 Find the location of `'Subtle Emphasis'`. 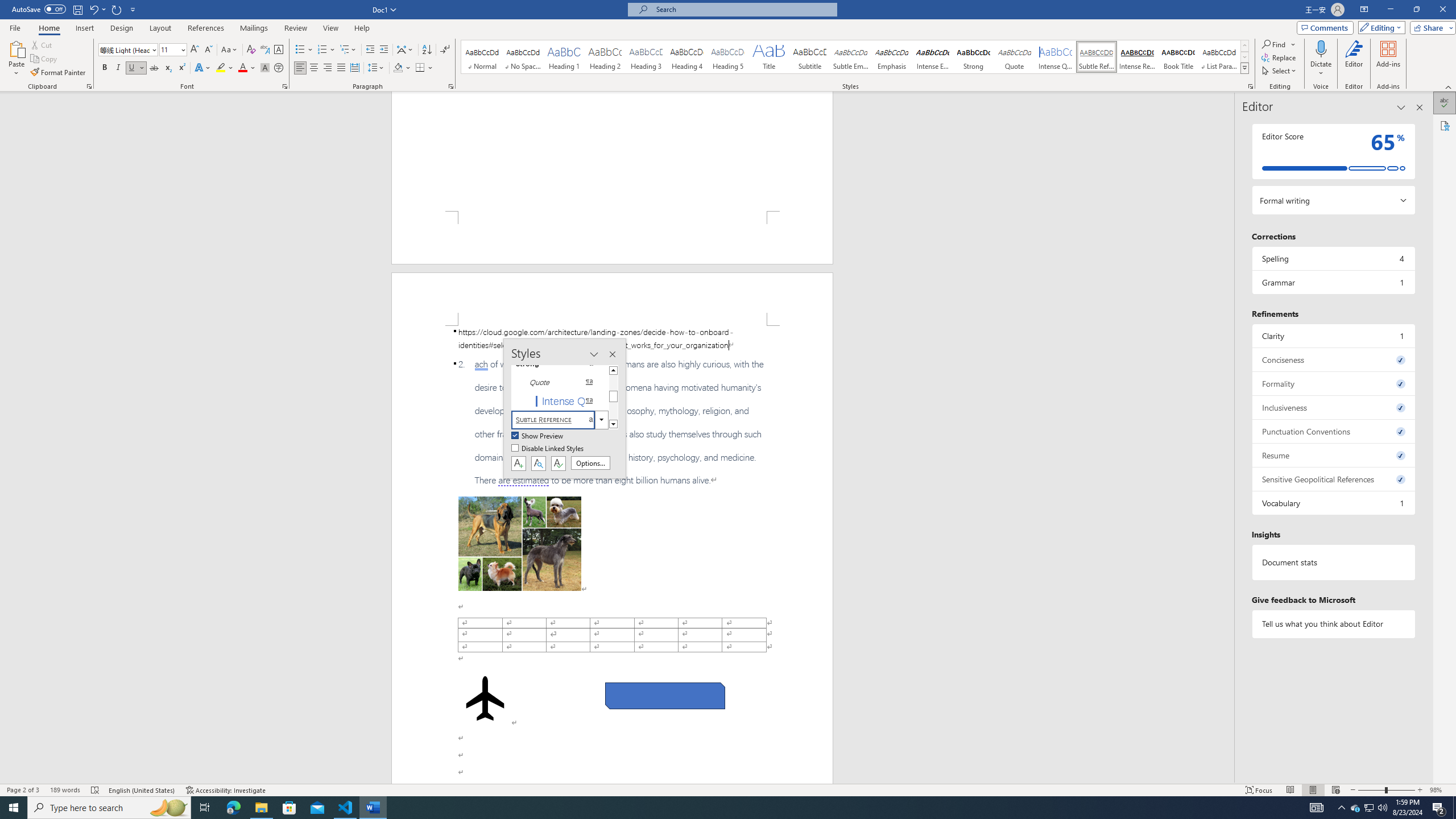

'Subtle Emphasis' is located at coordinates (850, 56).